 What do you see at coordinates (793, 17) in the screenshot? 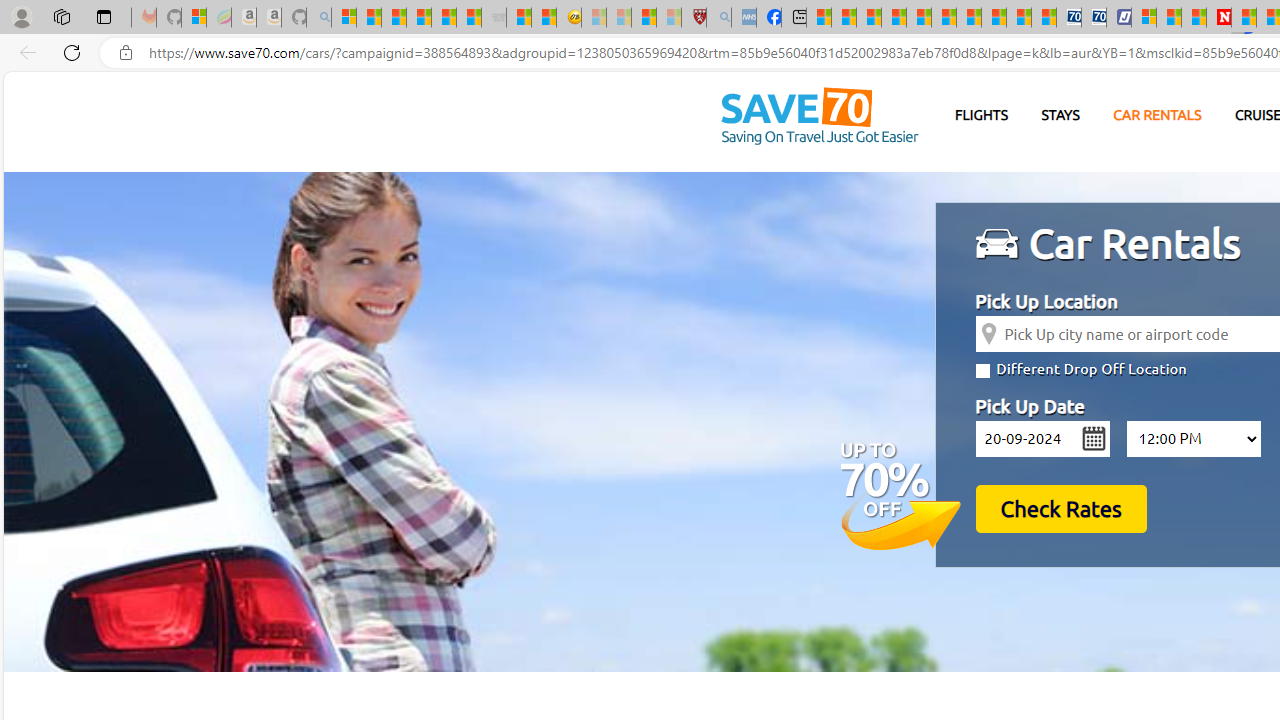
I see `'New tab'` at bounding box center [793, 17].